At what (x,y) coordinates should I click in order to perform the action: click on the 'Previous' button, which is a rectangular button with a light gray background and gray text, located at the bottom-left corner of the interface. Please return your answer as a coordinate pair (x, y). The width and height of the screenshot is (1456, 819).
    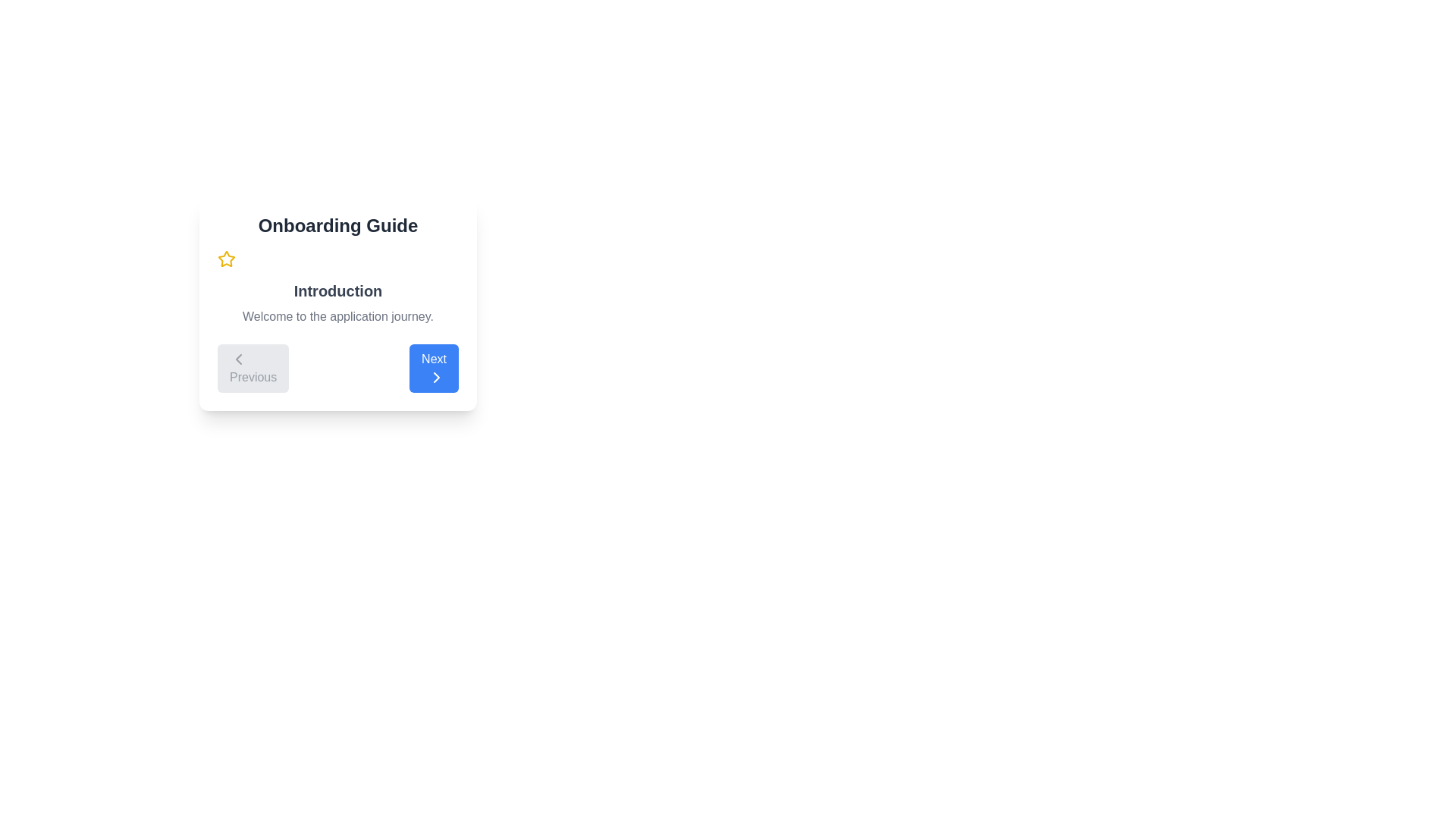
    Looking at the image, I should click on (253, 369).